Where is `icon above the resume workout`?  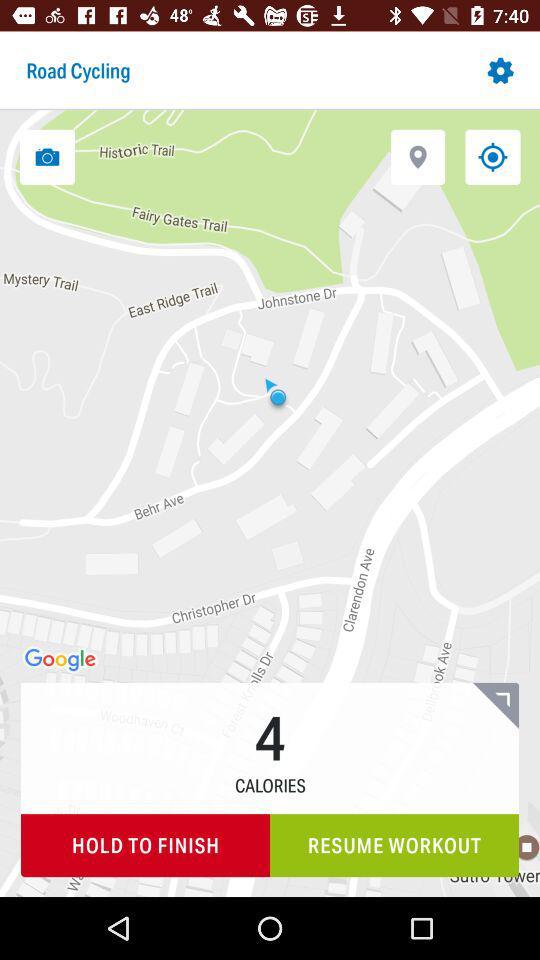 icon above the resume workout is located at coordinates (494, 705).